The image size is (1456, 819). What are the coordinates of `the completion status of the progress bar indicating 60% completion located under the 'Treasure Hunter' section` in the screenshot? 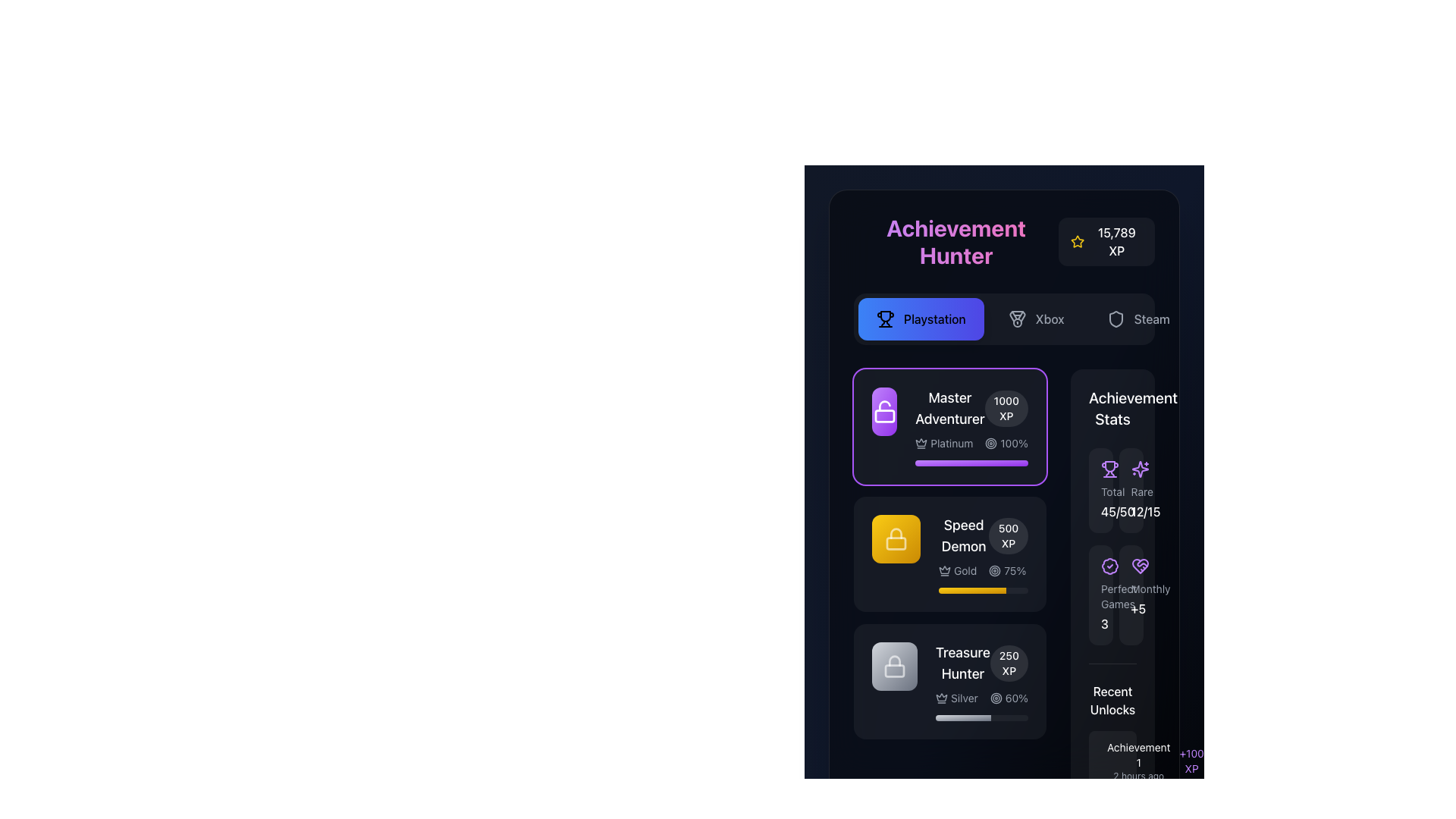 It's located at (962, 717).